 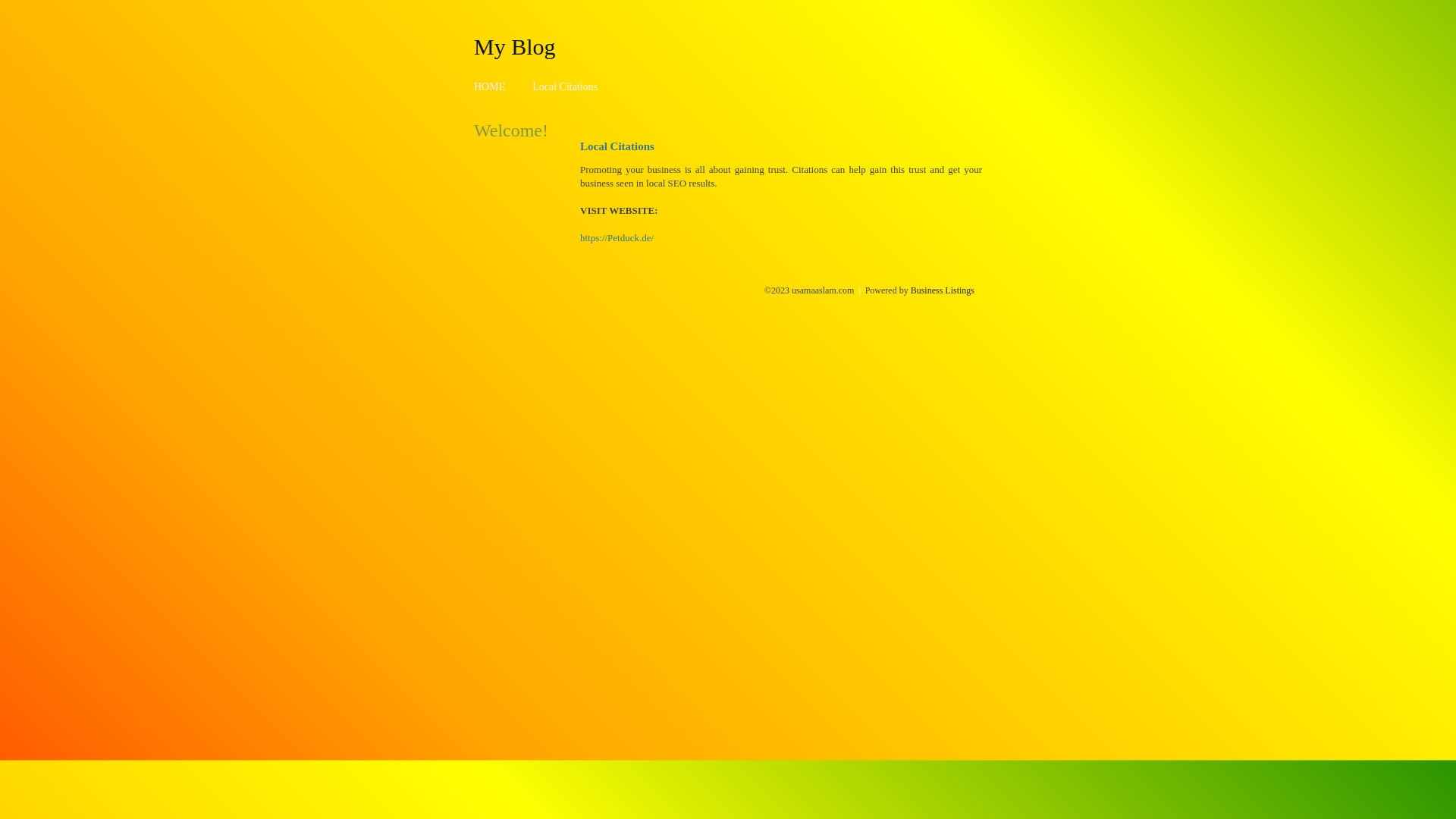 I want to click on 'Business Listings', so click(x=942, y=290).